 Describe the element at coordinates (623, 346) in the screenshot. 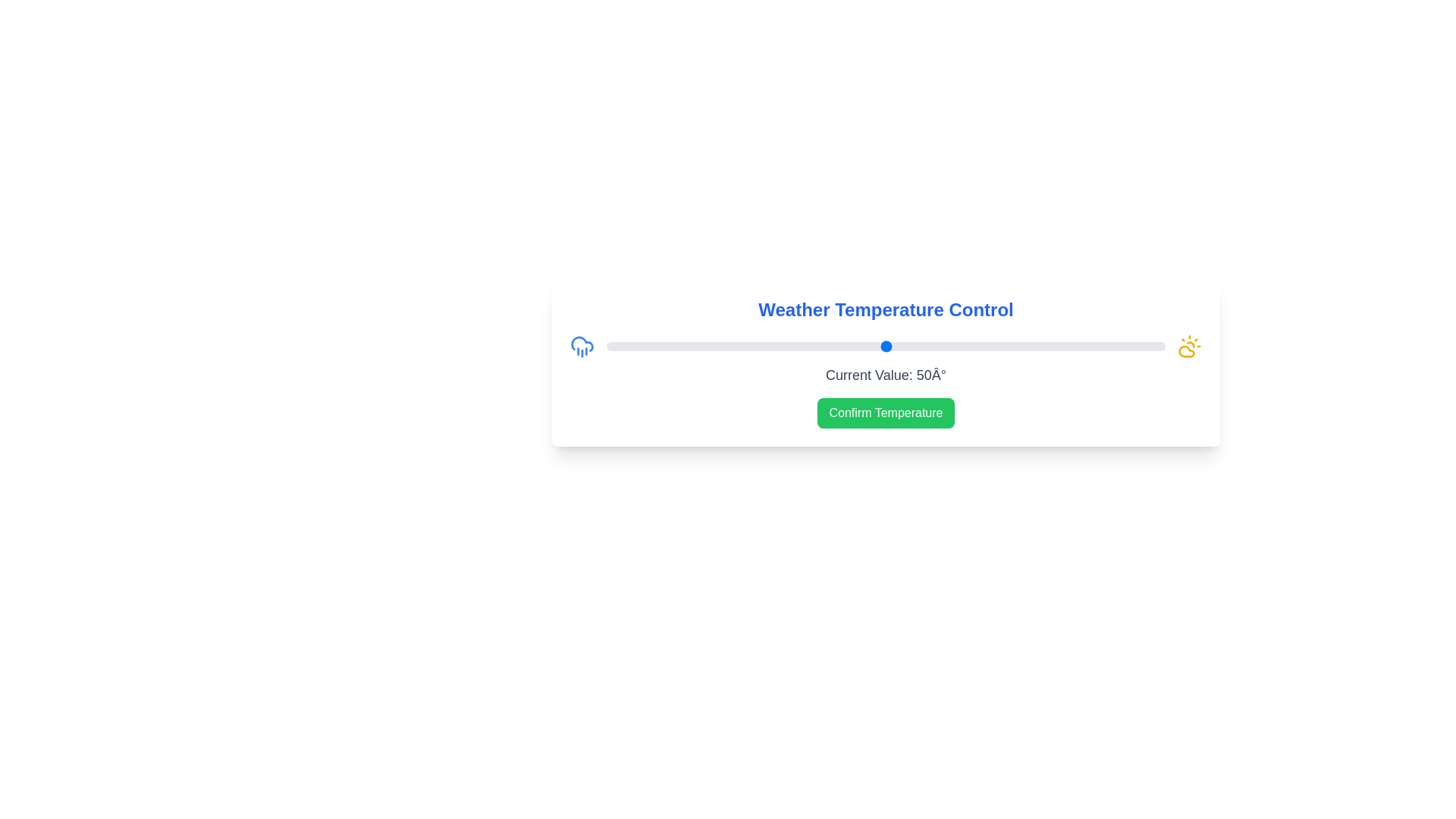

I see `the slider to set the temperature to 3°` at that location.